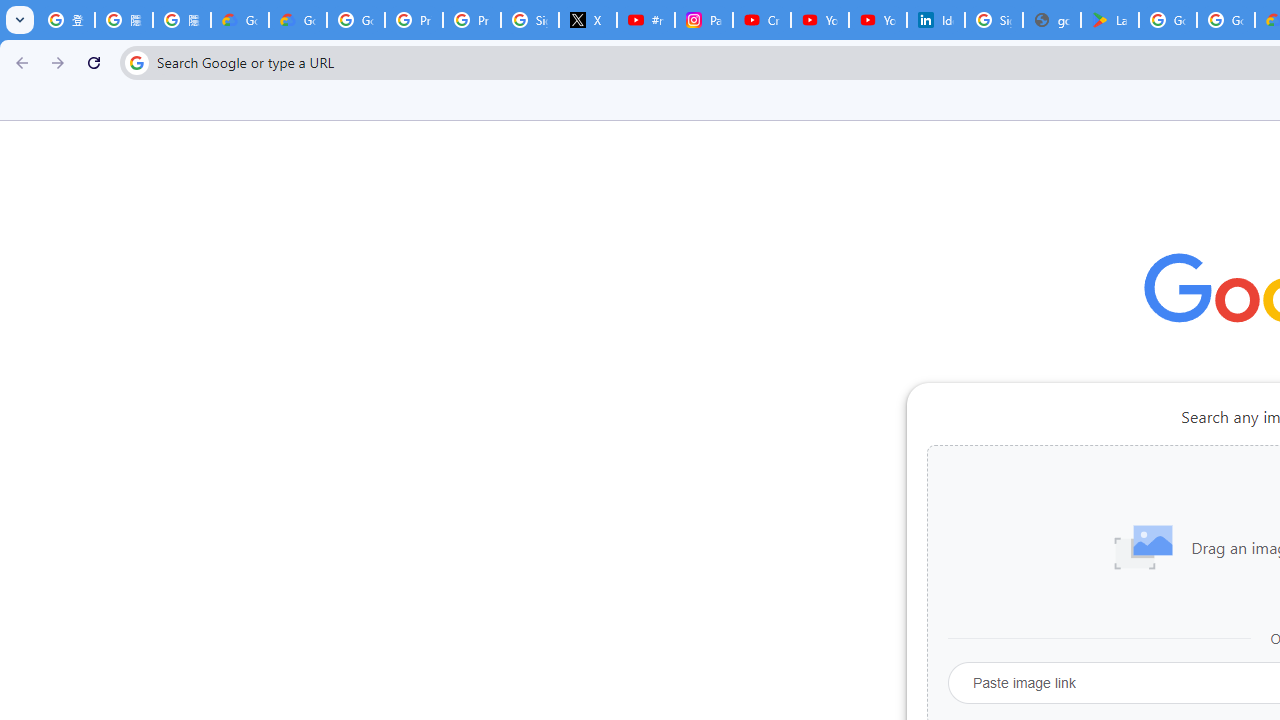 This screenshot has width=1280, height=720. Describe the element at coordinates (878, 20) in the screenshot. I see `'YouTube Culture & Trends - YouTube Top 10, 2021'` at that location.